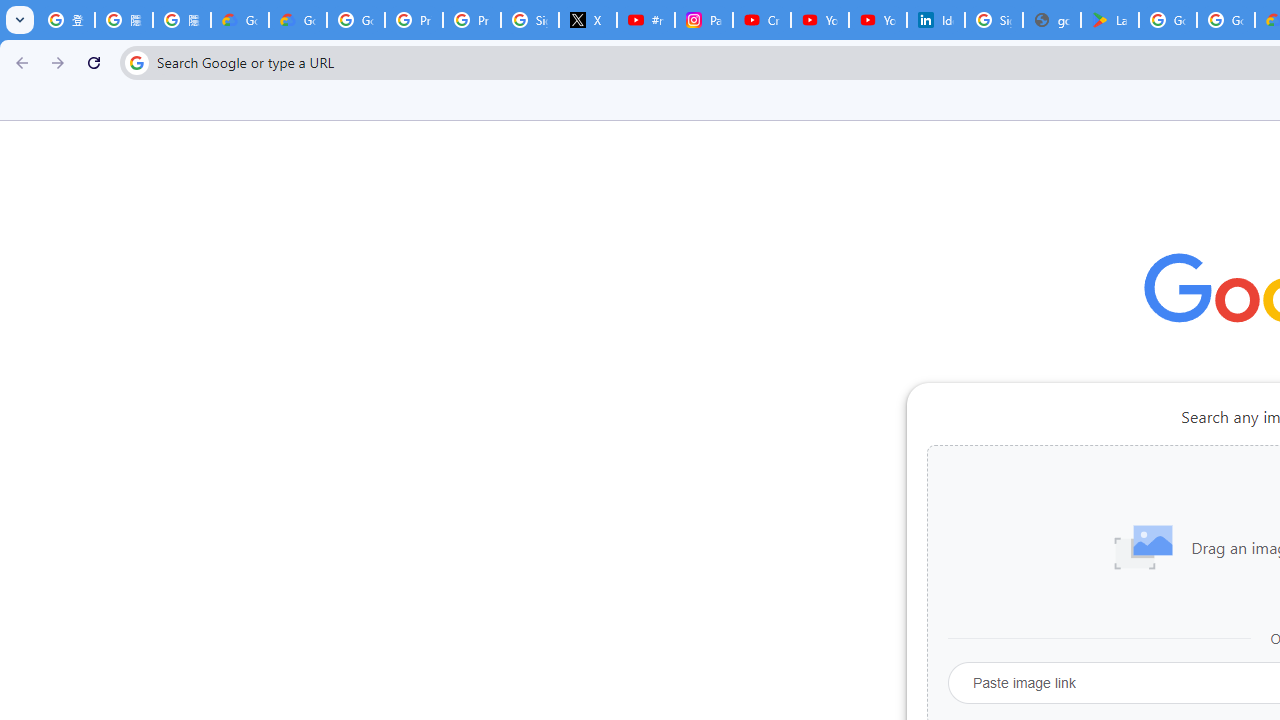 This screenshot has width=1280, height=720. Describe the element at coordinates (878, 20) in the screenshot. I see `'YouTube Culture & Trends - YouTube Top 10, 2021'` at that location.